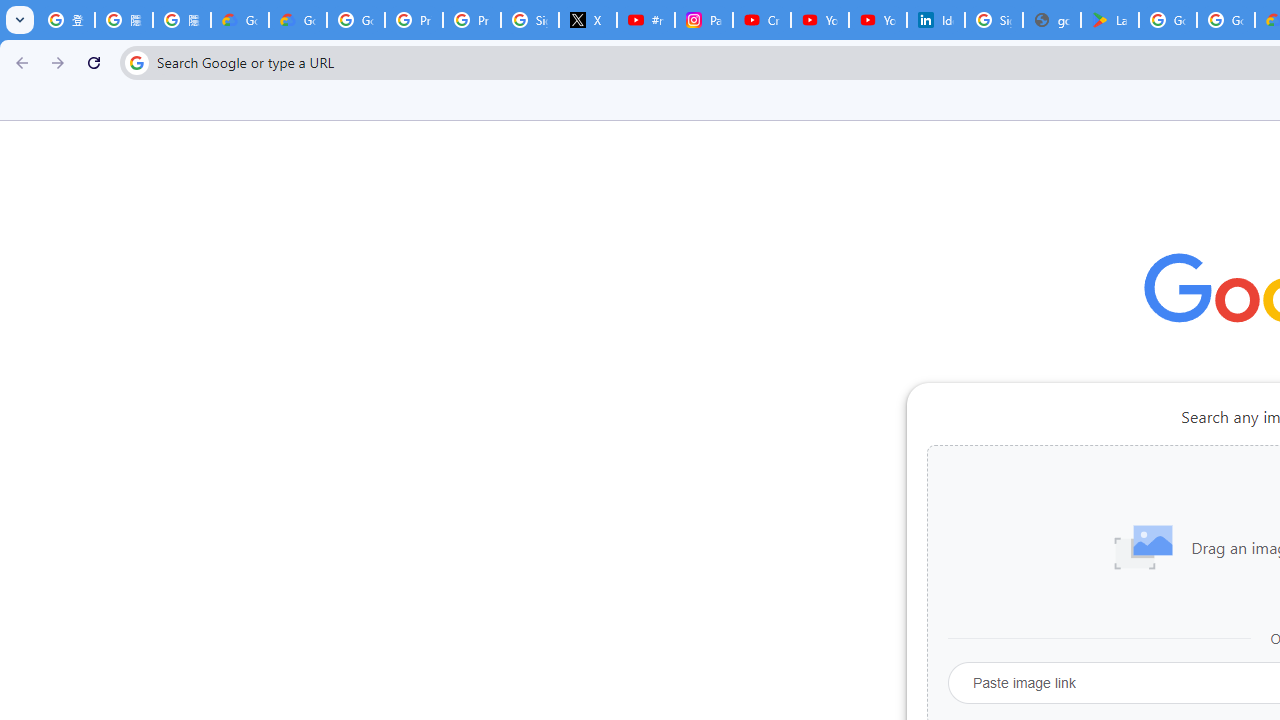 This screenshot has width=1280, height=720. Describe the element at coordinates (878, 20) in the screenshot. I see `'YouTube Culture & Trends - YouTube Top 10, 2021'` at that location.